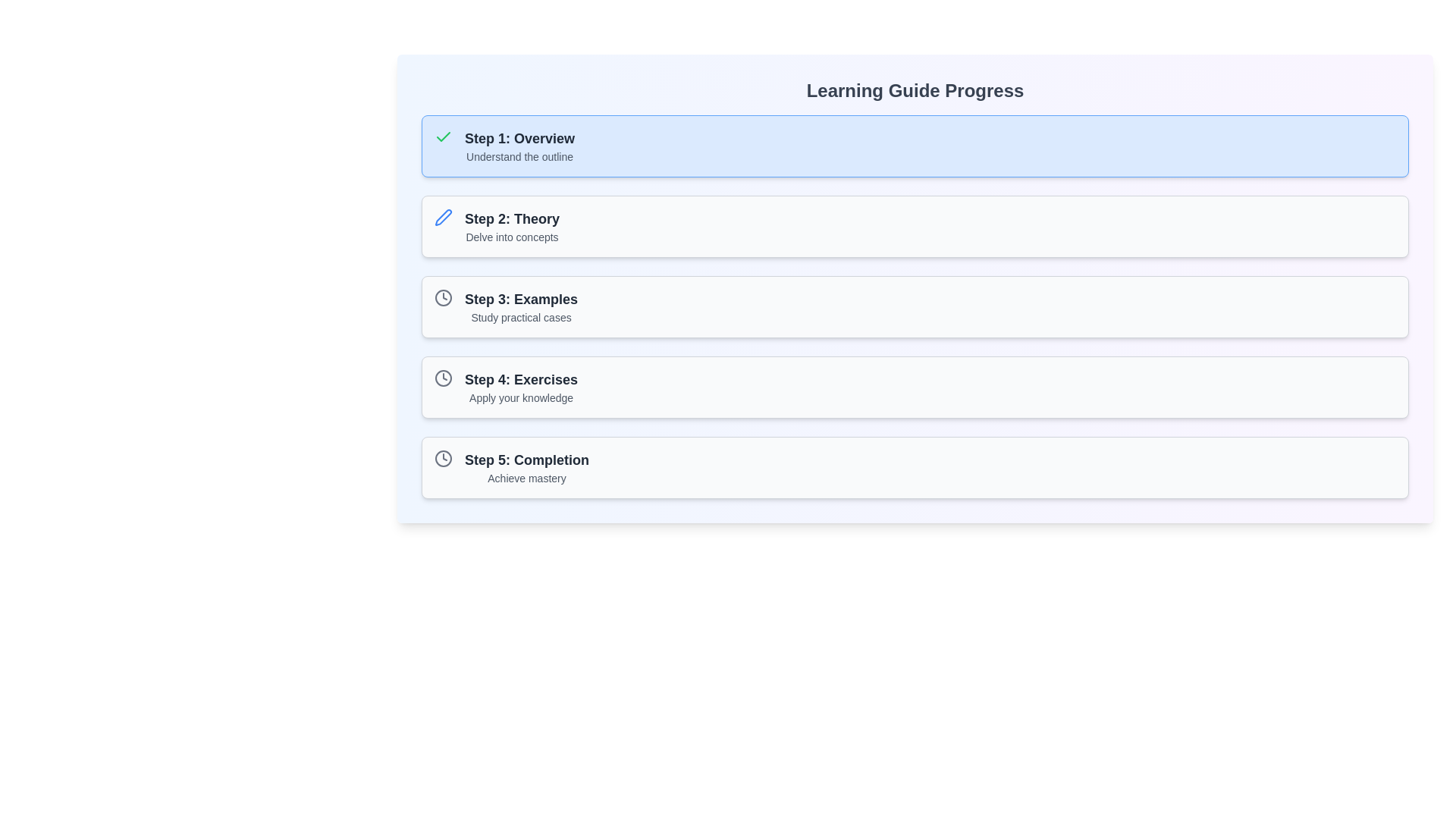  What do you see at coordinates (914, 227) in the screenshot?
I see `the card-style UI component titled 'Step 2: Theory' which contains the description 'Delve into concepts'. This card is positioned between 'Step 1: Overview' and 'Step 3: Examples' in the Learning Guide Progress section` at bounding box center [914, 227].